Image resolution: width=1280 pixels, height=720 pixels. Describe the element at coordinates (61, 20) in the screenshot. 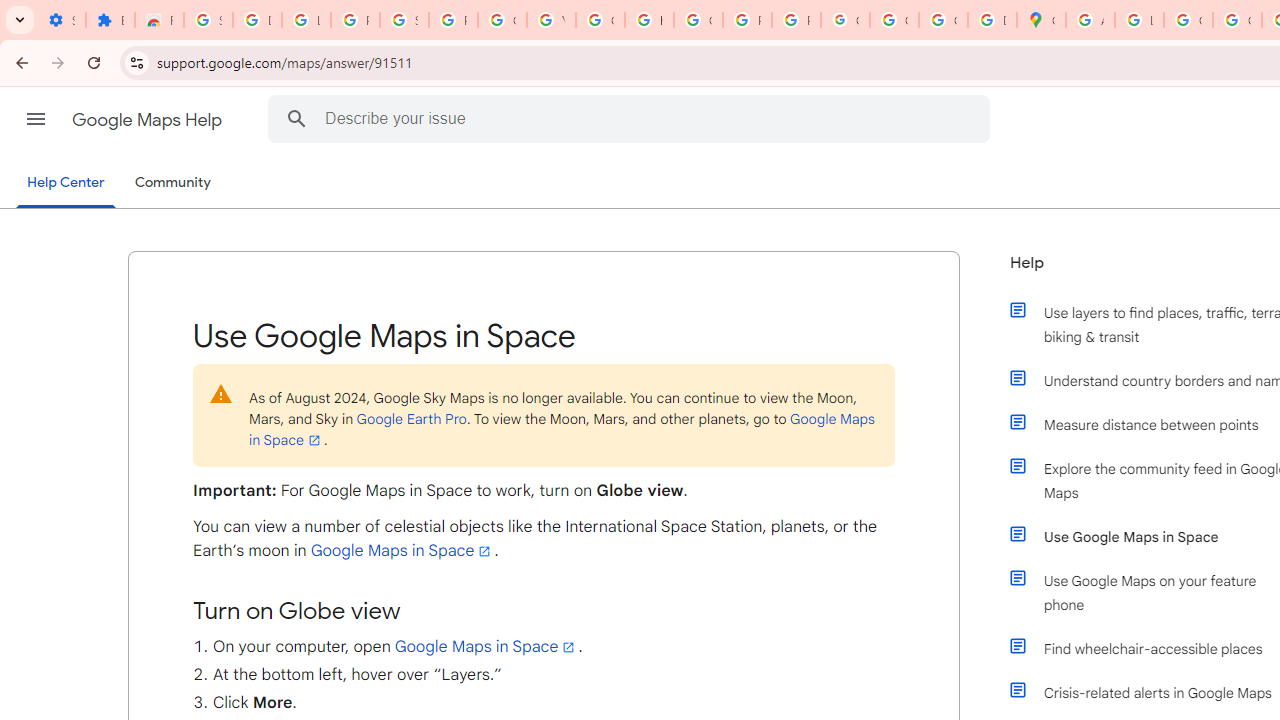

I see `'Settings - On startup'` at that location.